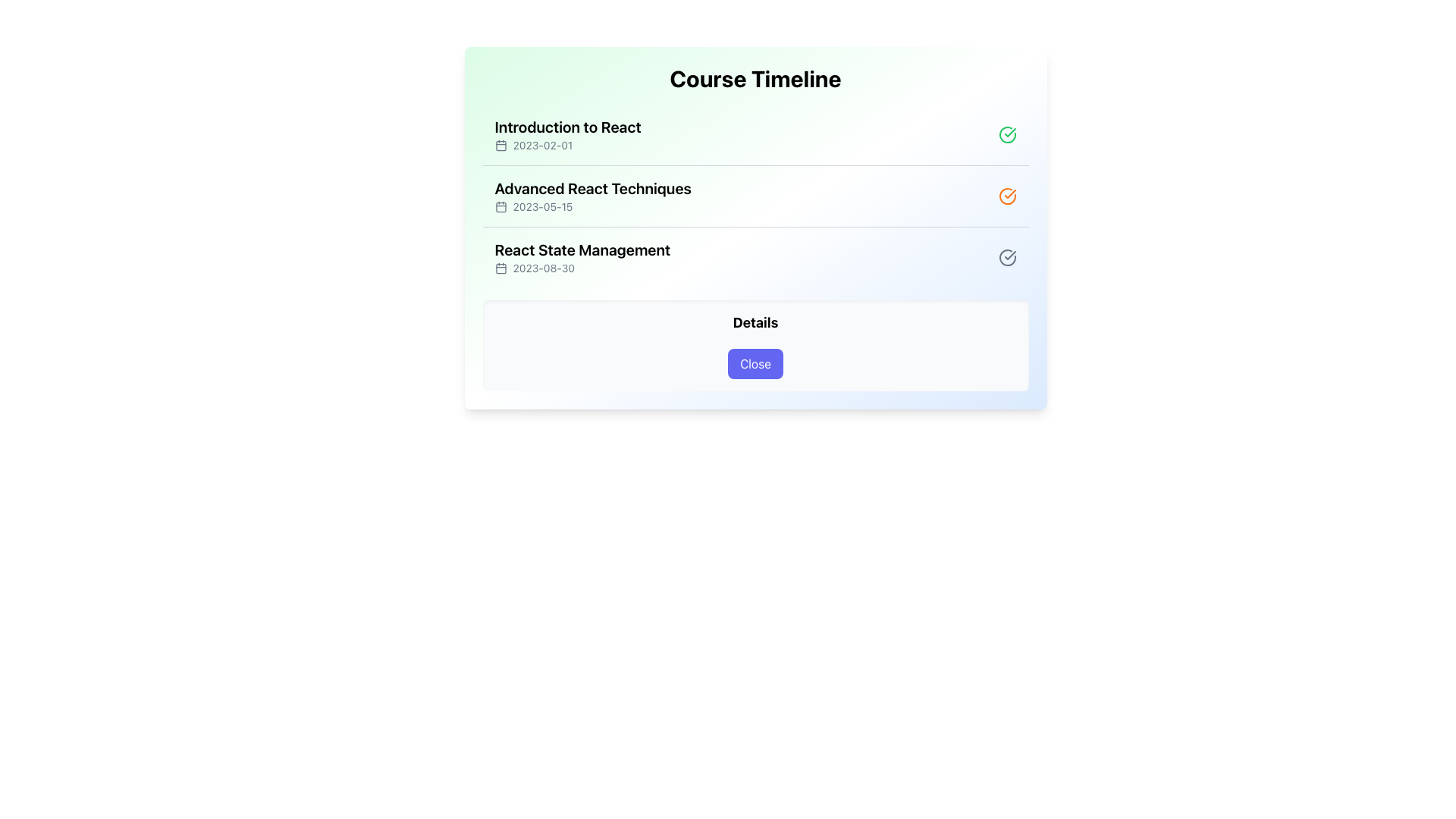 The height and width of the screenshot is (819, 1456). What do you see at coordinates (500, 146) in the screenshot?
I see `the calendar icon located to the left of the date text '2023-02-01' in the first list item of the timeline interface` at bounding box center [500, 146].